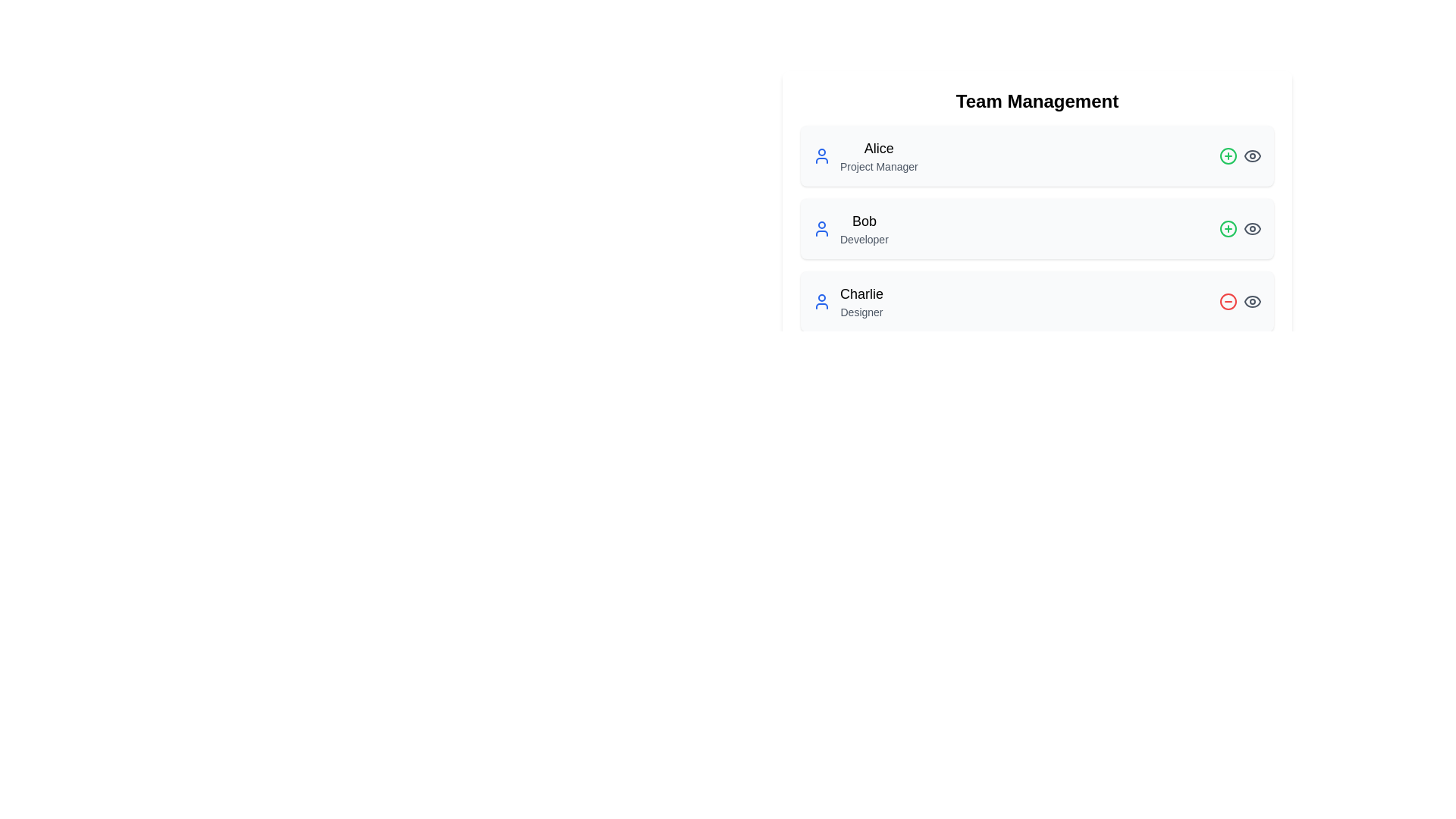 The height and width of the screenshot is (819, 1456). I want to click on the Eye icon for Charlie, so click(1252, 301).